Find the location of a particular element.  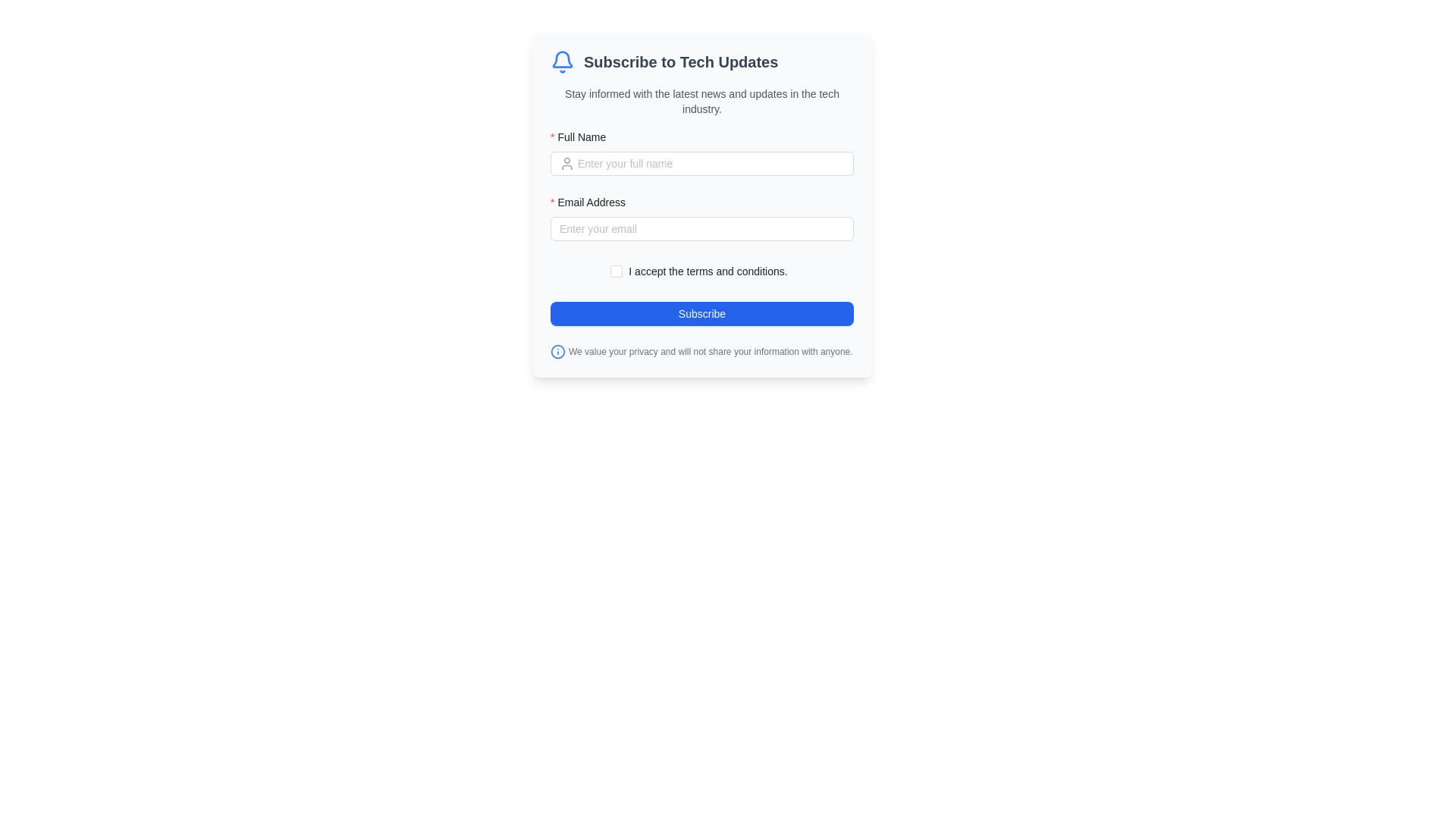

the 'Email Address' input box is located at coordinates (701, 217).